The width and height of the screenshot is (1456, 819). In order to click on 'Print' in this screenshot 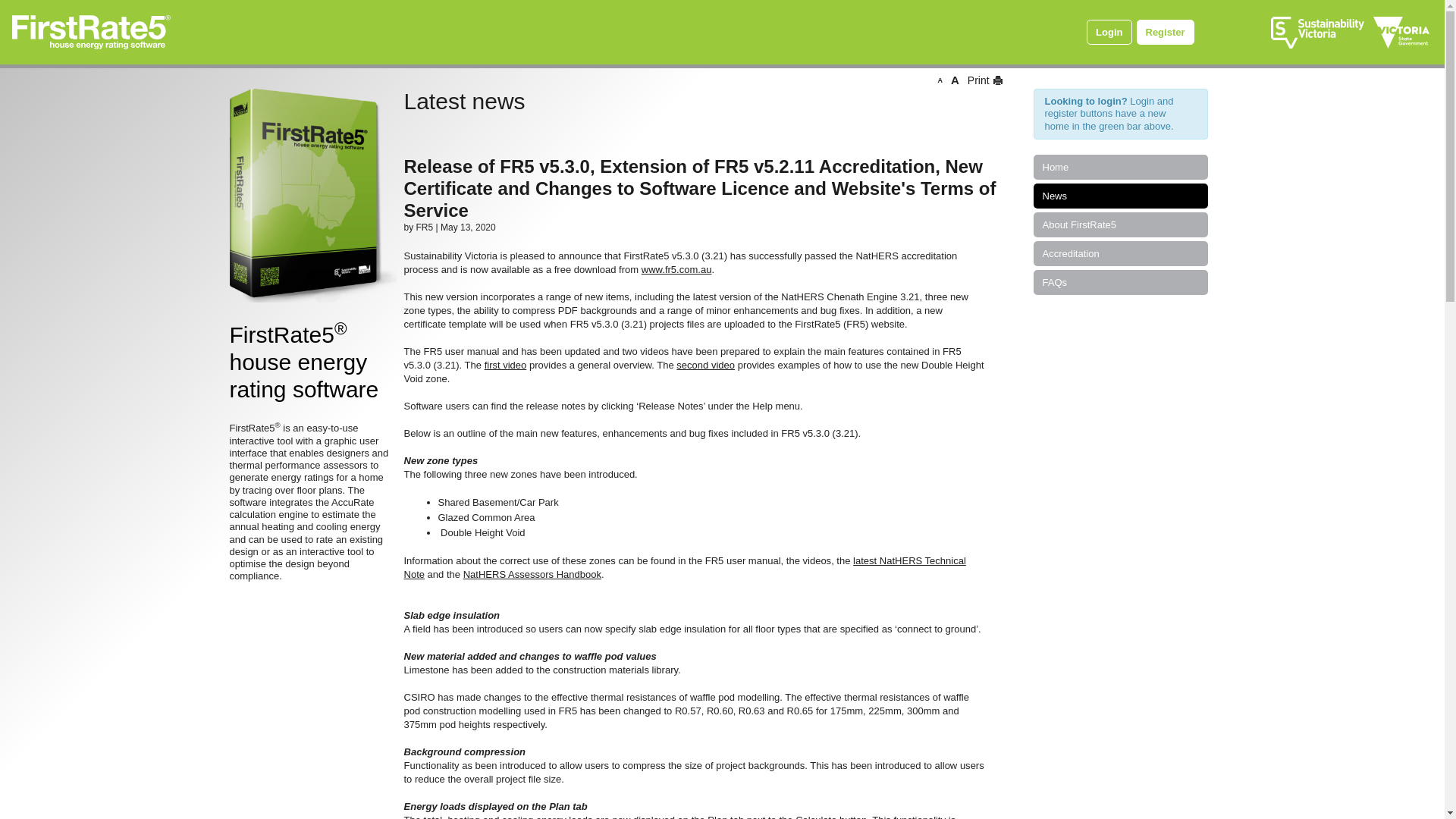, I will do `click(983, 80)`.